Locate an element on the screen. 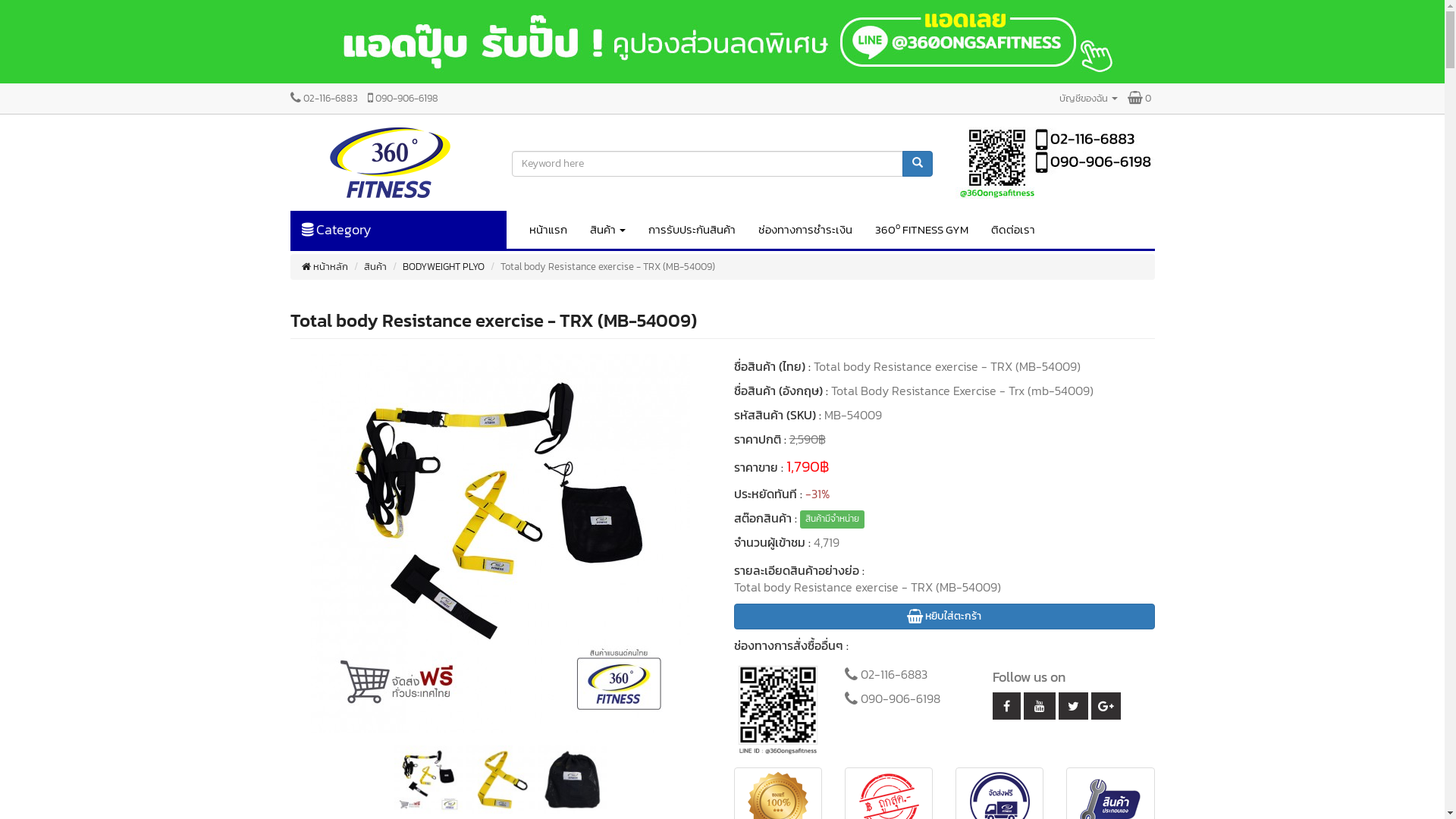  'Category' is located at coordinates (397, 230).